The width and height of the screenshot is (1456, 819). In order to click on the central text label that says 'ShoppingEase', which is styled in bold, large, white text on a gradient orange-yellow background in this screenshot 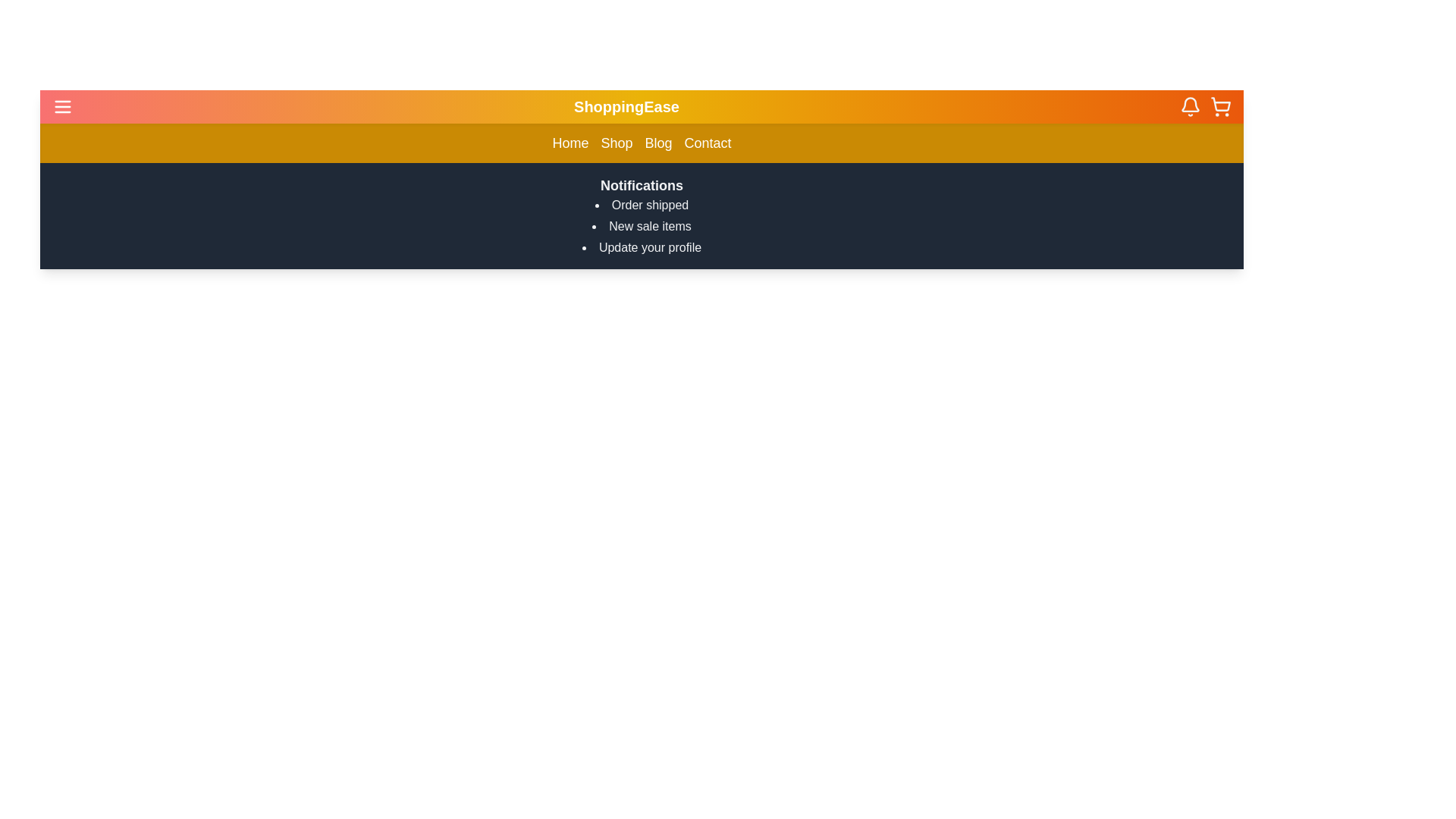, I will do `click(642, 106)`.